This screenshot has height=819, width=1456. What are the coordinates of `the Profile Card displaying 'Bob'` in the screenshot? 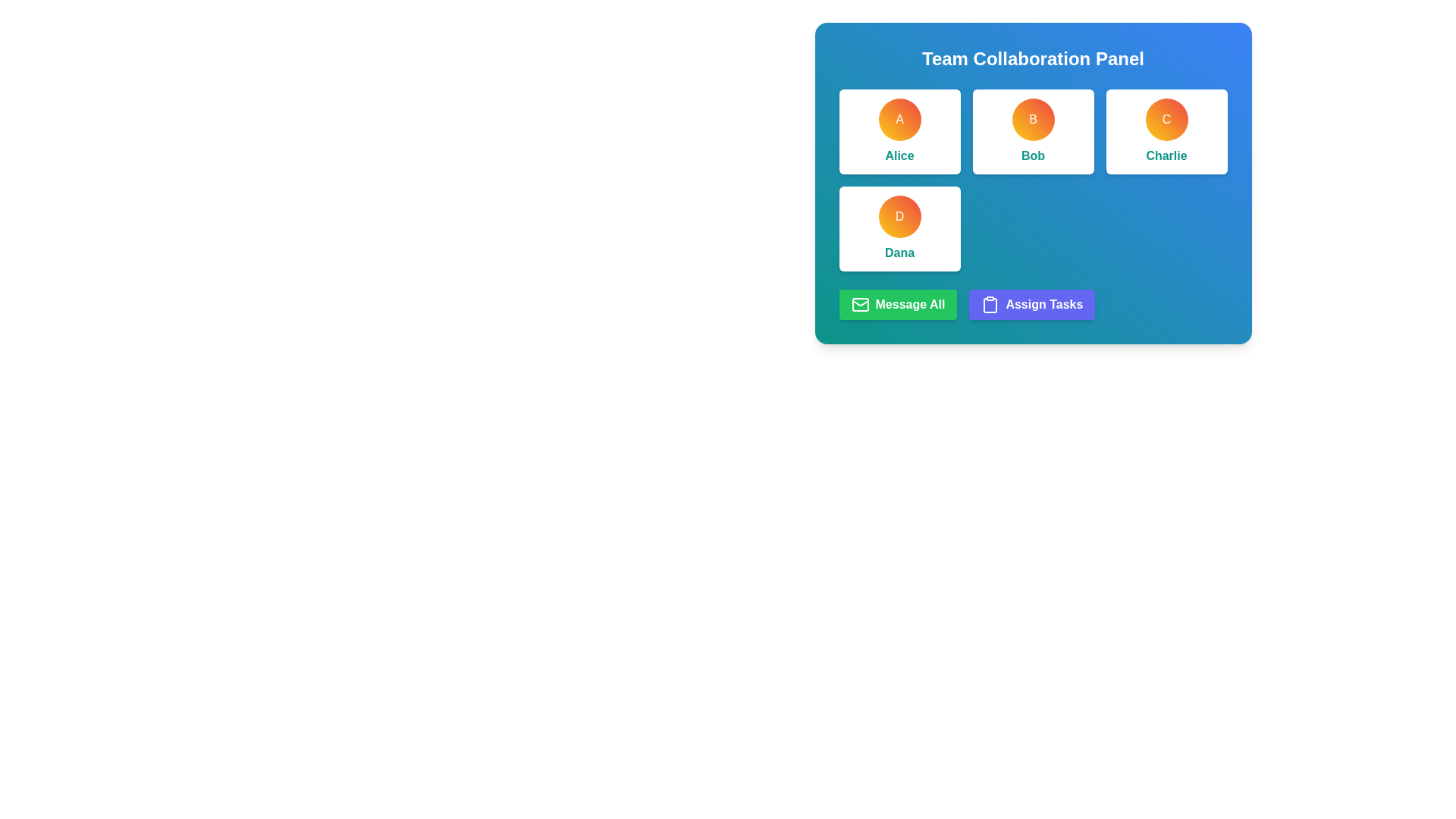 It's located at (1032, 130).